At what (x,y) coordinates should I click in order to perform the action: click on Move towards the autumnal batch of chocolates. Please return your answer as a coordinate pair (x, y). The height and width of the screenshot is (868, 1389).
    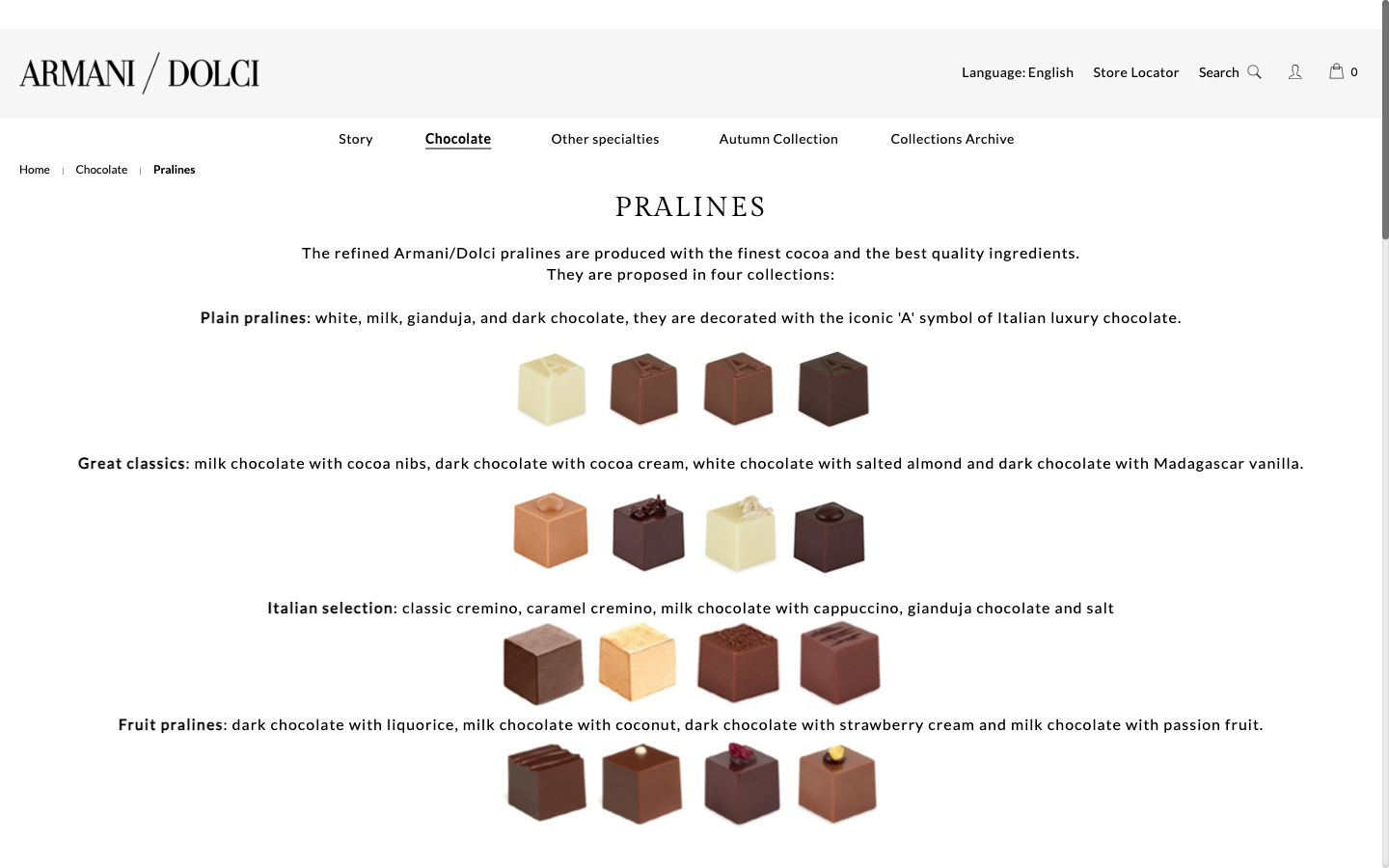
    Looking at the image, I should click on (778, 139).